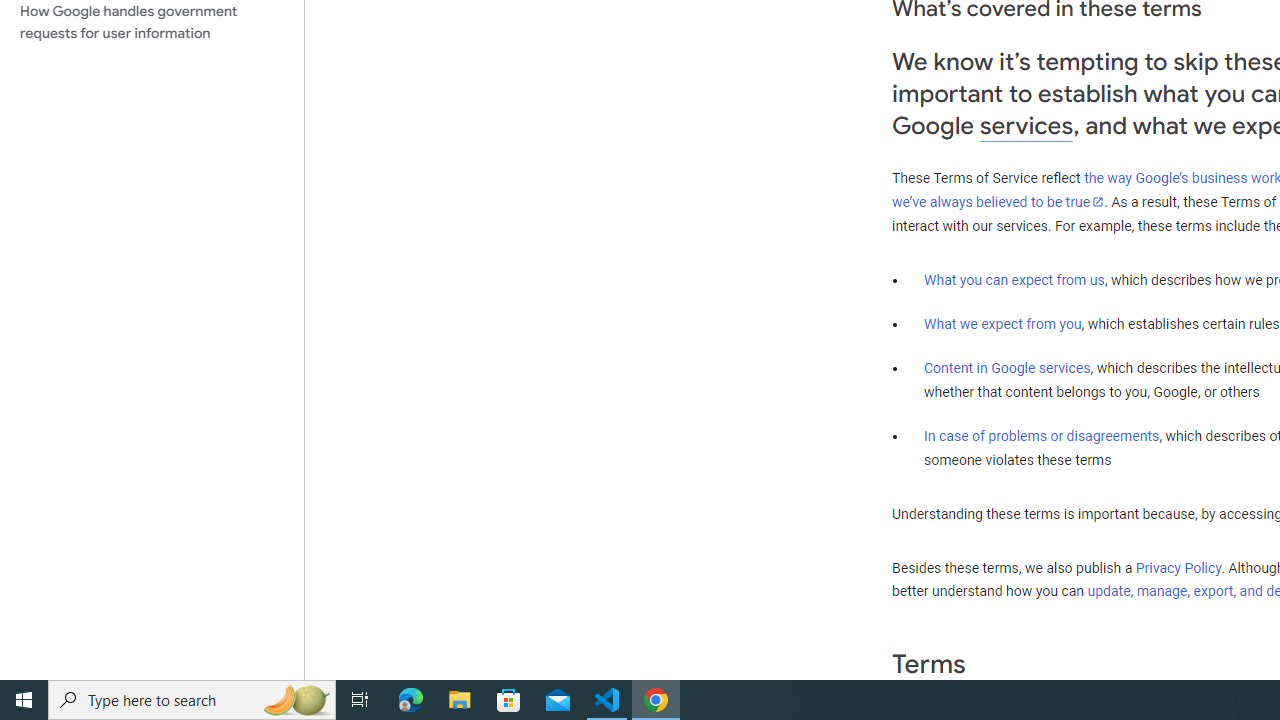 This screenshot has height=720, width=1280. What do you see at coordinates (1007, 368) in the screenshot?
I see `'Content in Google services'` at bounding box center [1007, 368].